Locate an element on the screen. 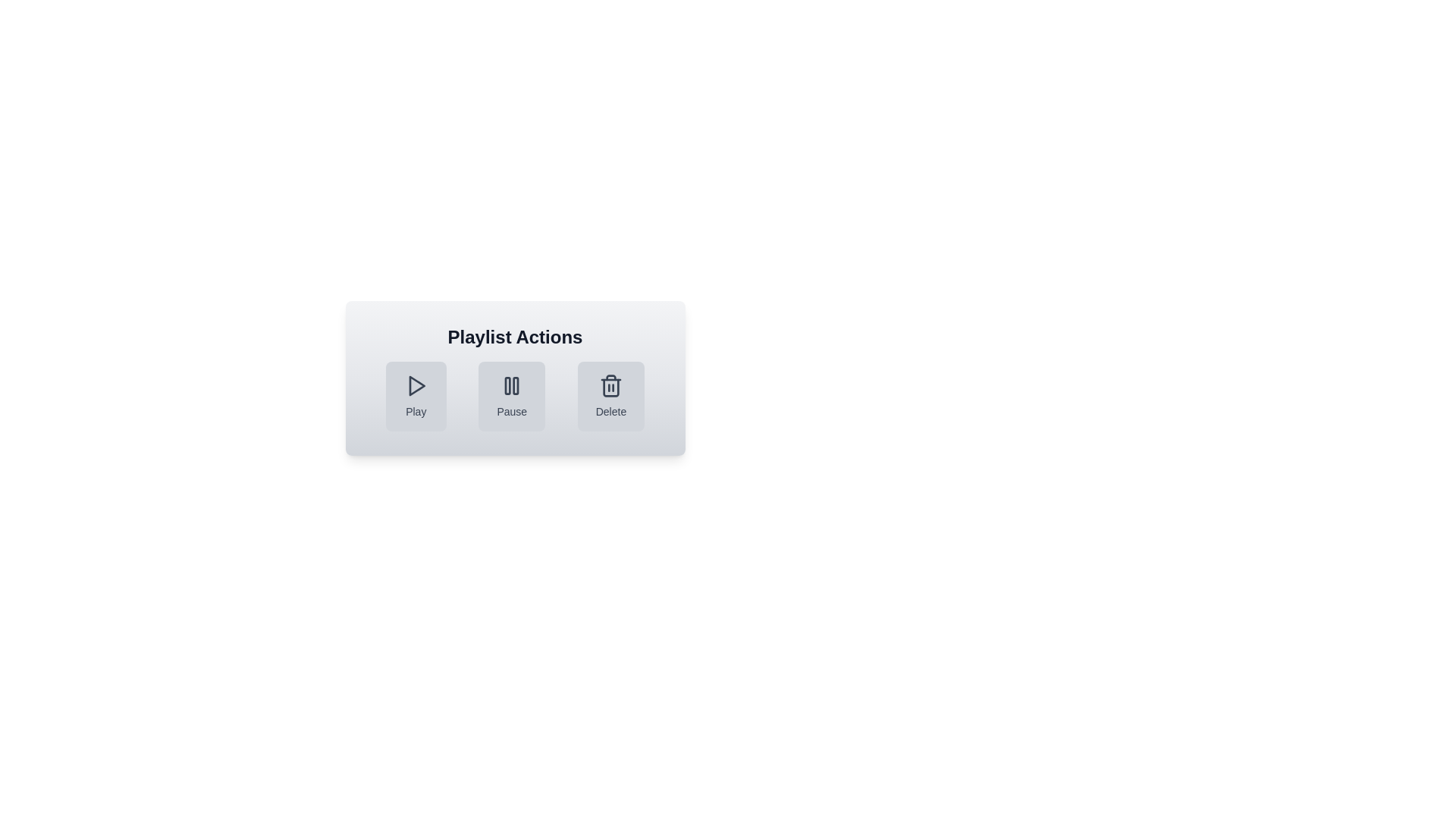 This screenshot has height=819, width=1456. the Pause button to perform the corresponding action is located at coordinates (512, 396).